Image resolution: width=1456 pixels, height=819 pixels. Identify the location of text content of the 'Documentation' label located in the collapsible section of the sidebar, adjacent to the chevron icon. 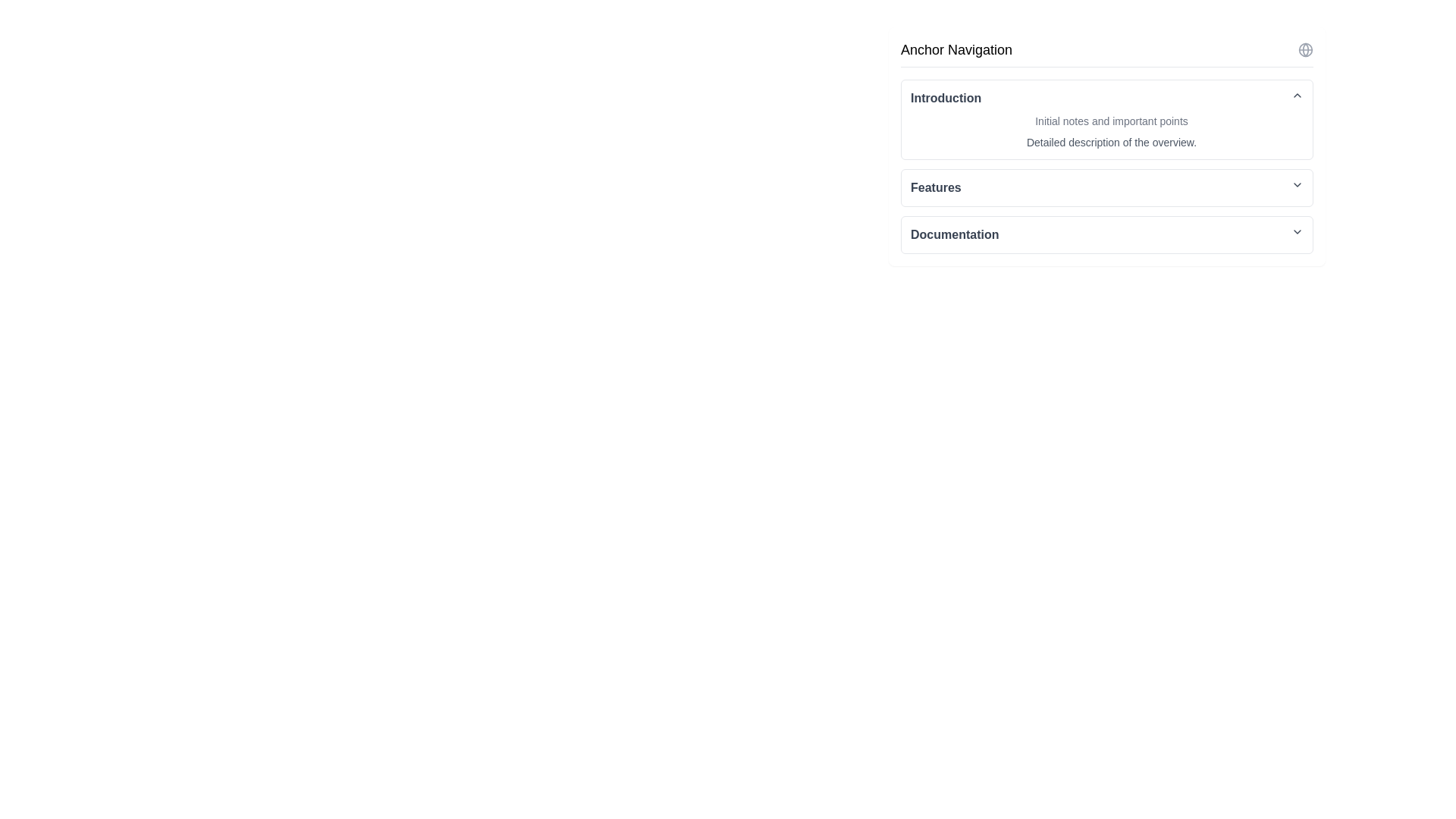
(954, 234).